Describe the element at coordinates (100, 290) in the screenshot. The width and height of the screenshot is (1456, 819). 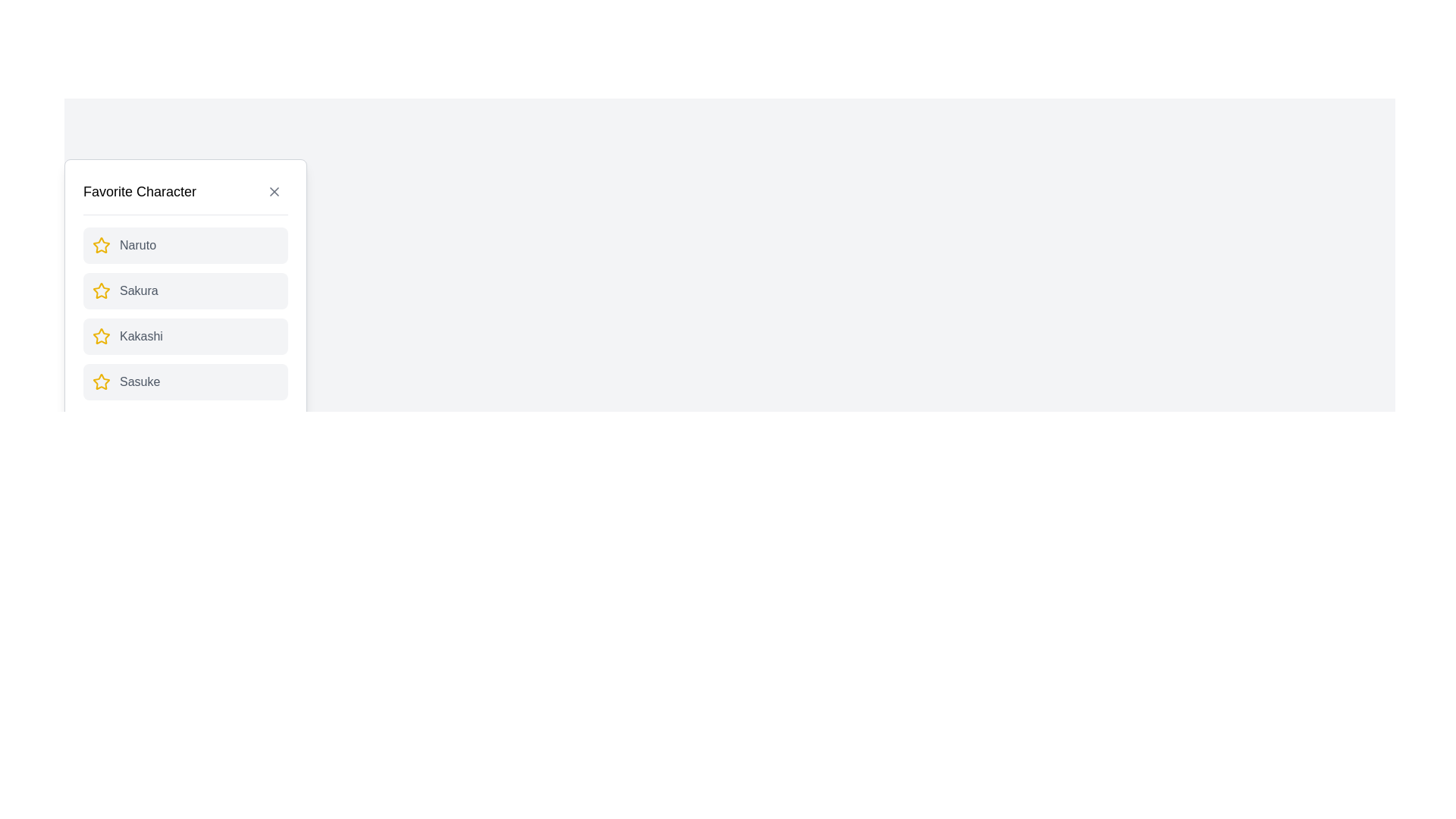
I see `the second star icon associated with the text 'Sakura'` at that location.